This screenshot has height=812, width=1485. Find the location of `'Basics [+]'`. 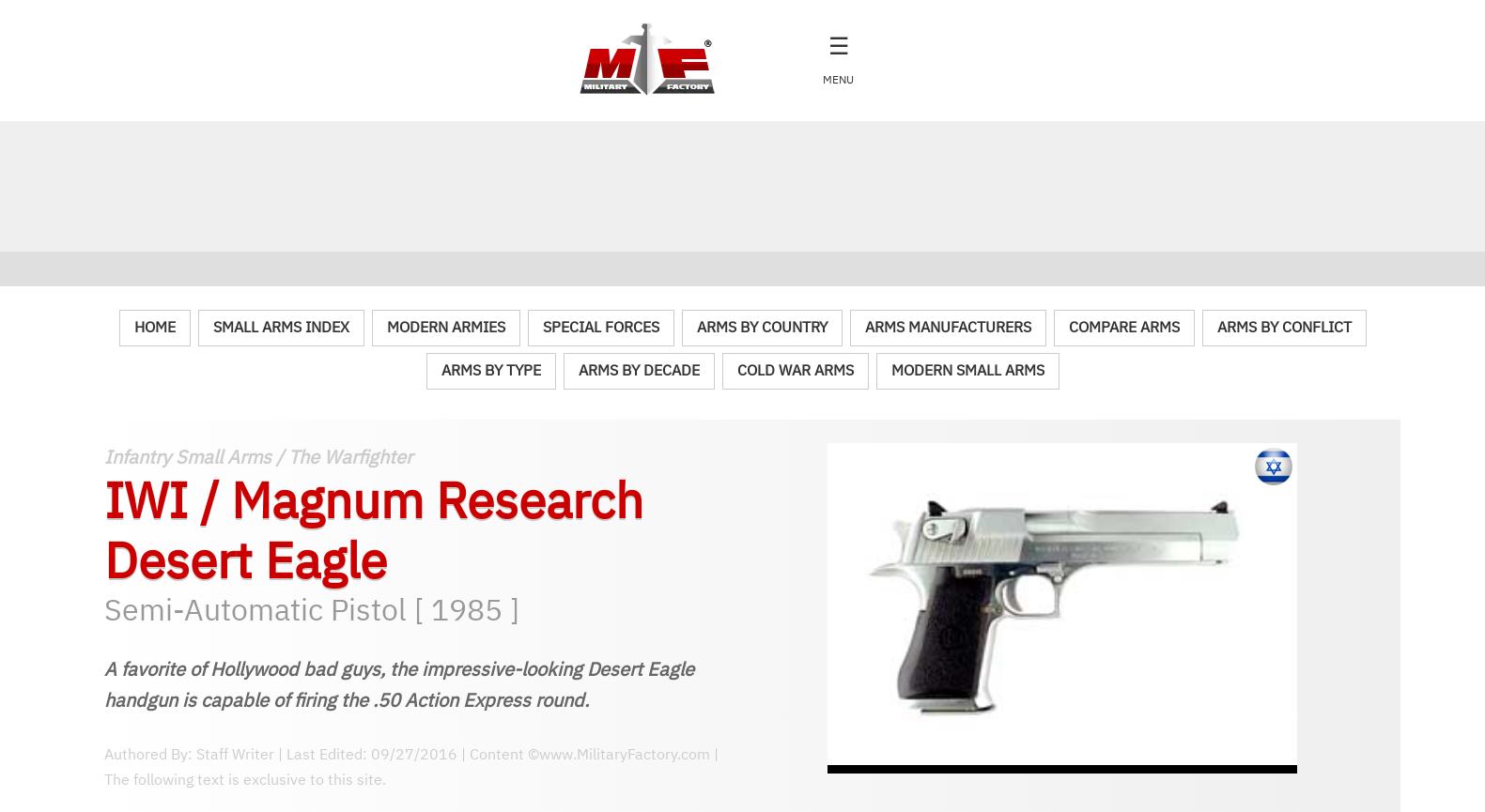

'Basics [+]' is located at coordinates (148, 273).